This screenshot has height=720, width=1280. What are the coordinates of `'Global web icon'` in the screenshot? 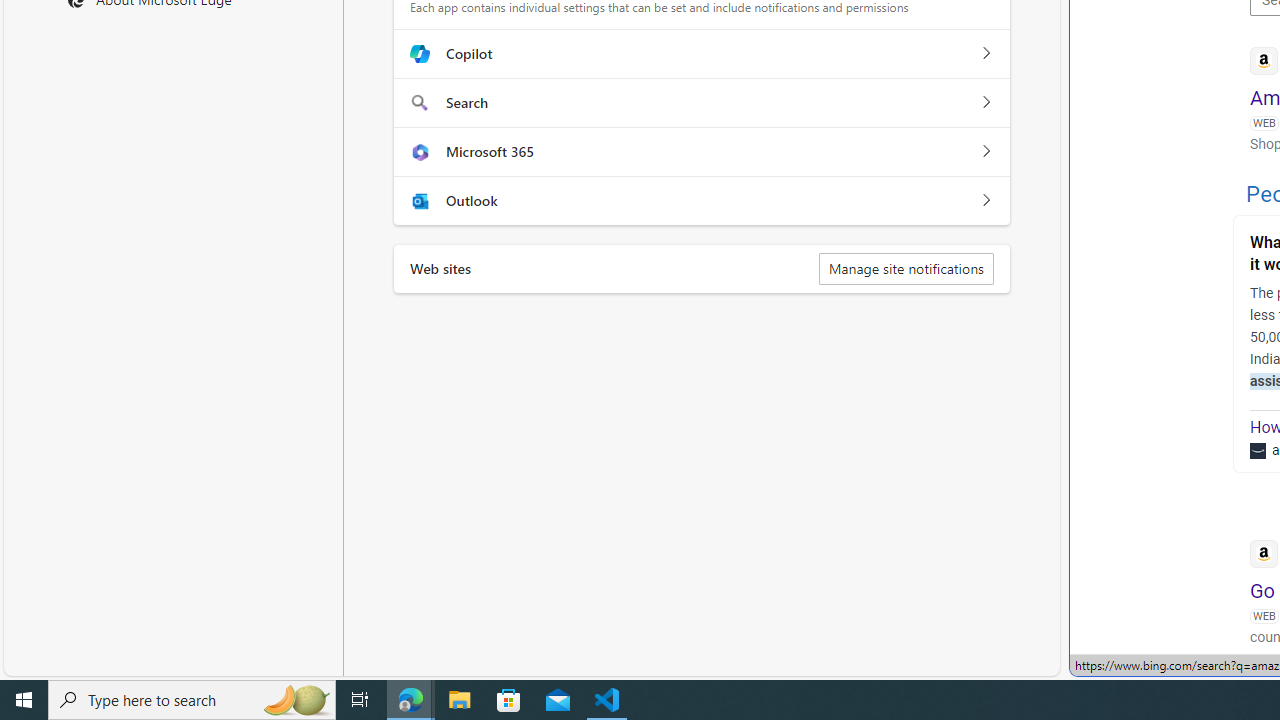 It's located at (1263, 554).